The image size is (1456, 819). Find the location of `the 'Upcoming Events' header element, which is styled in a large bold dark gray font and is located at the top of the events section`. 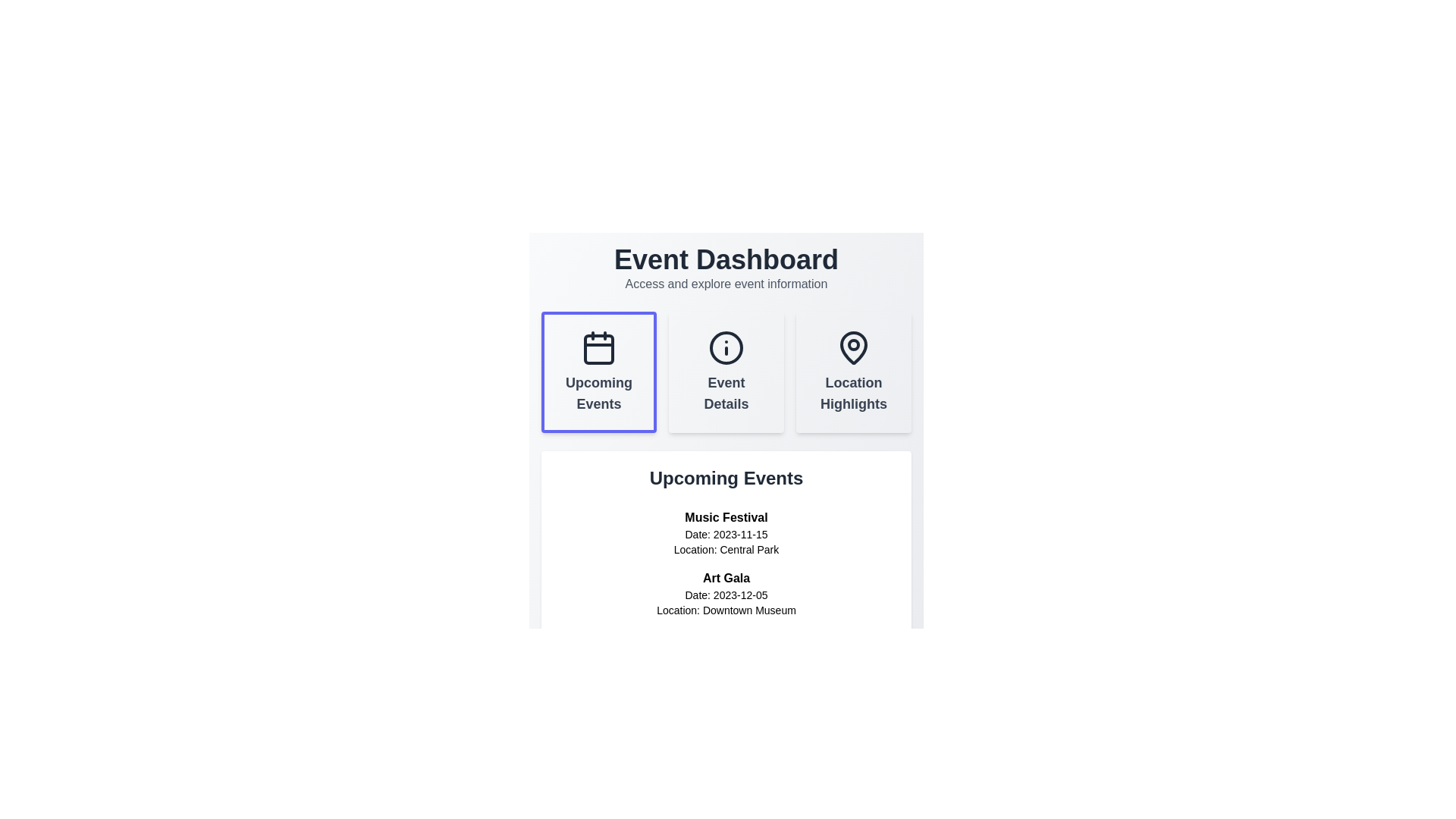

the 'Upcoming Events' header element, which is styled in a large bold dark gray font and is located at the top of the events section is located at coordinates (726, 479).